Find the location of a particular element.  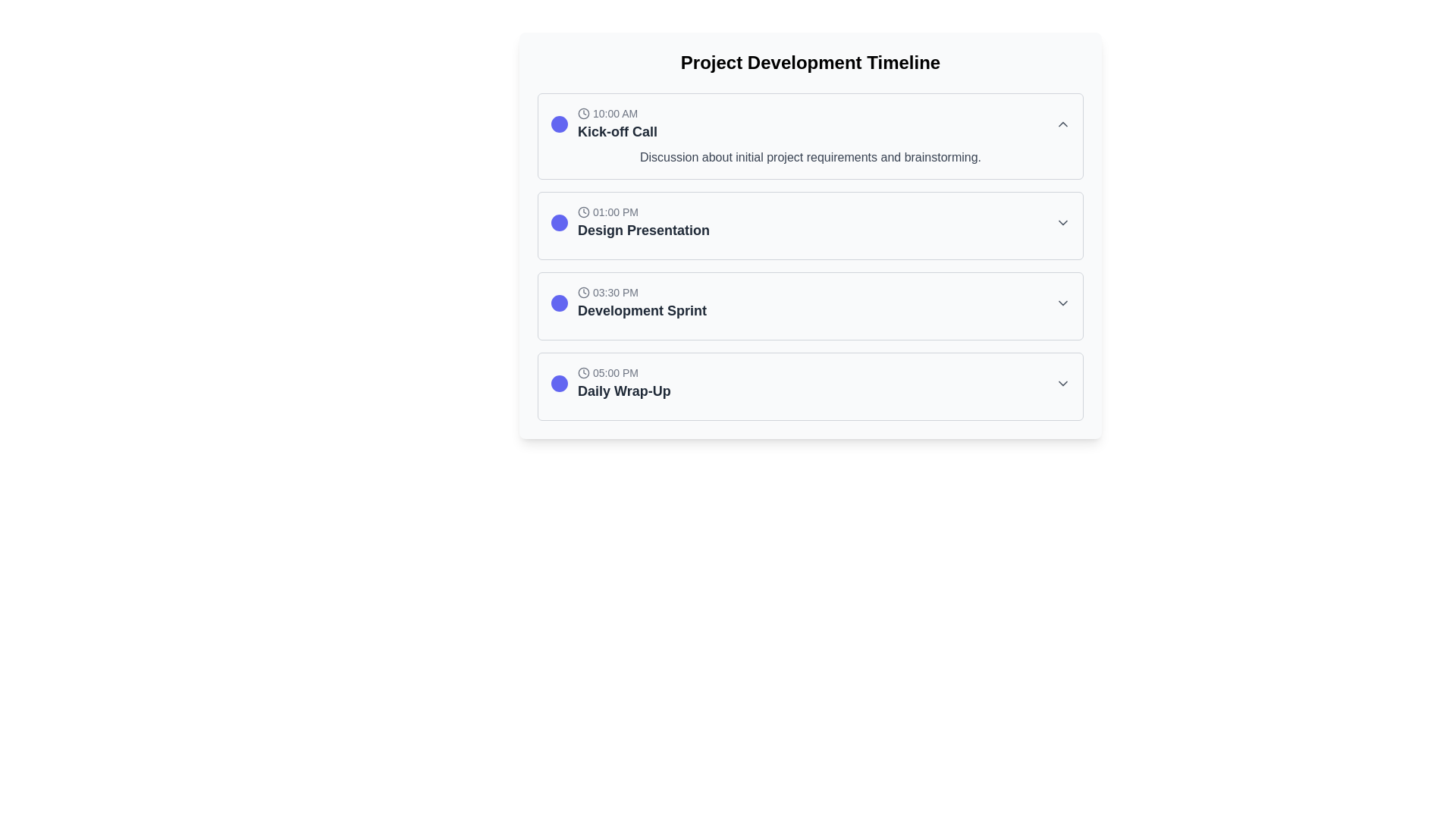

the third card representing the scheduled event 'Development Sprint' is located at coordinates (810, 306).